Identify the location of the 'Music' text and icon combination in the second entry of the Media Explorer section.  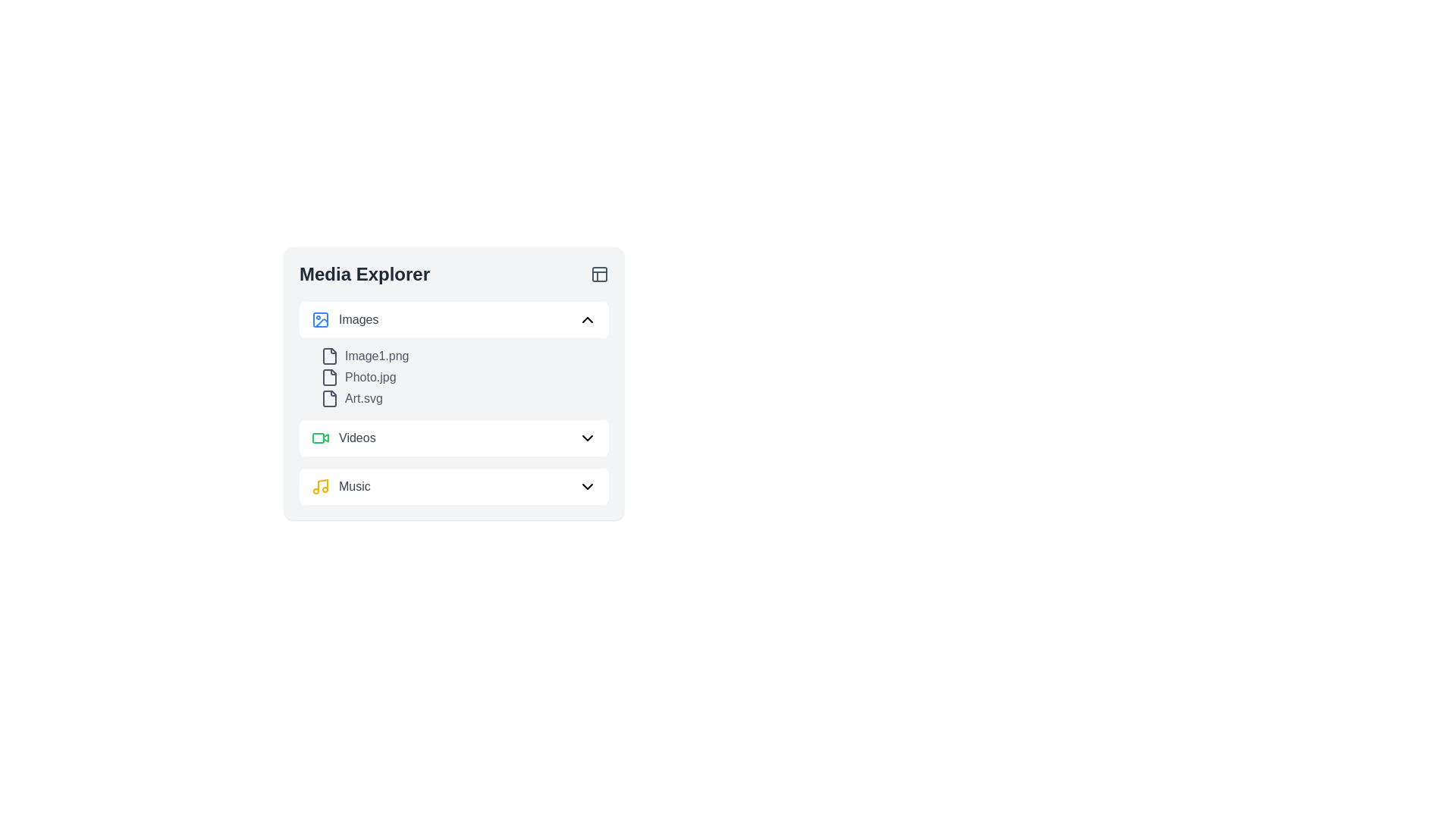
(340, 486).